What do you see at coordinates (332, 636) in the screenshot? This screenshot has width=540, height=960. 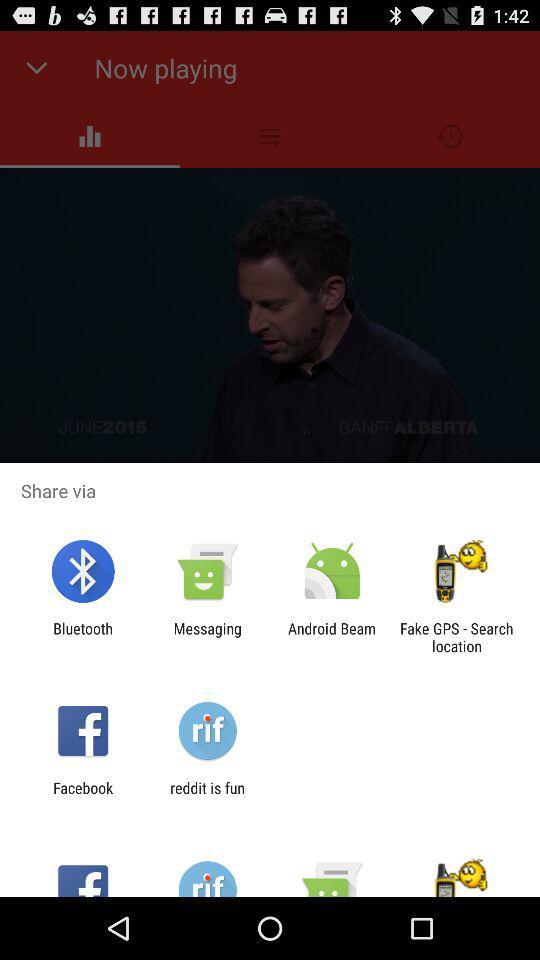 I see `android beam icon` at bounding box center [332, 636].